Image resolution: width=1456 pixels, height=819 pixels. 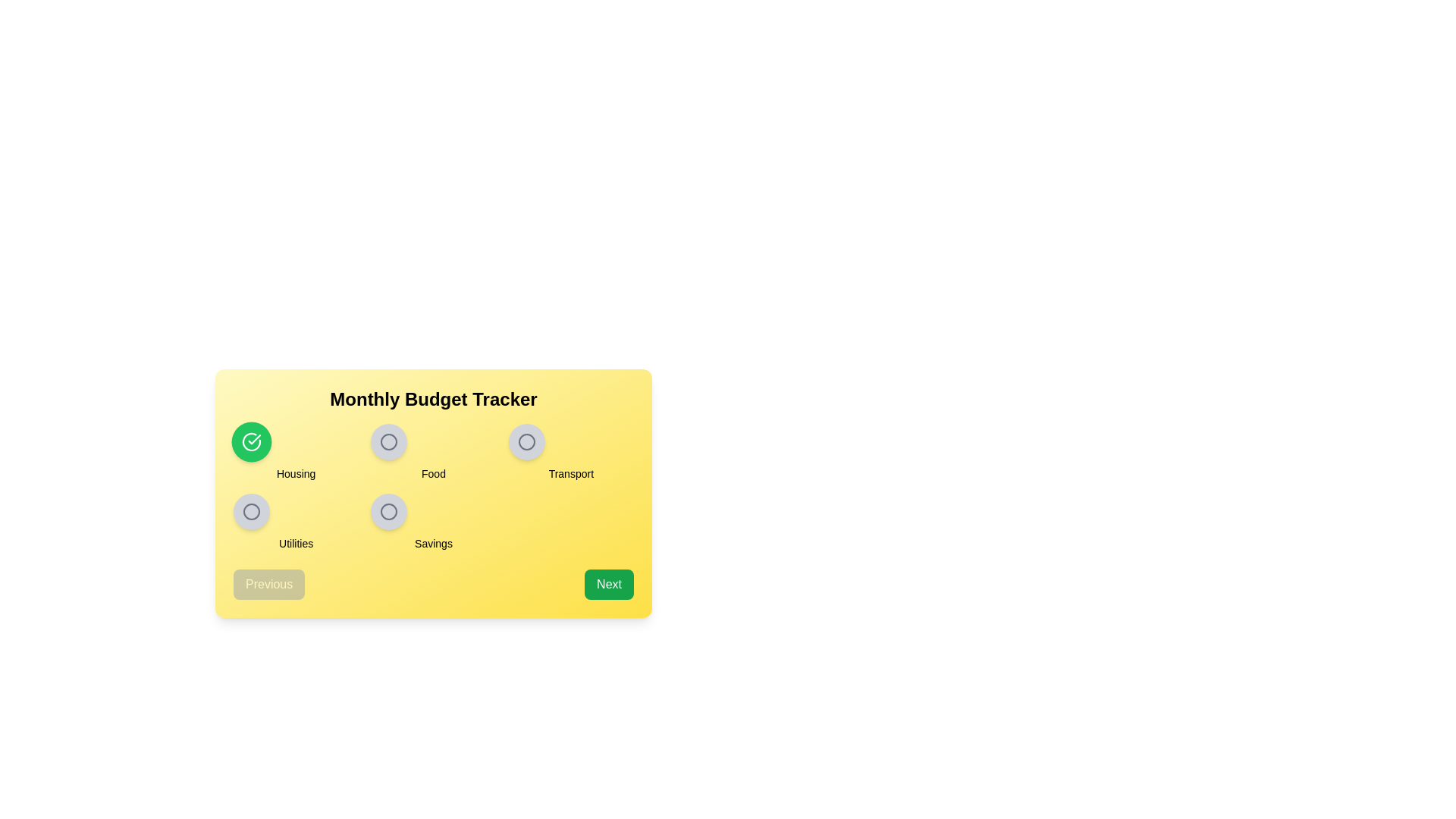 I want to click on the 'Food' category radio button, so click(x=389, y=441).